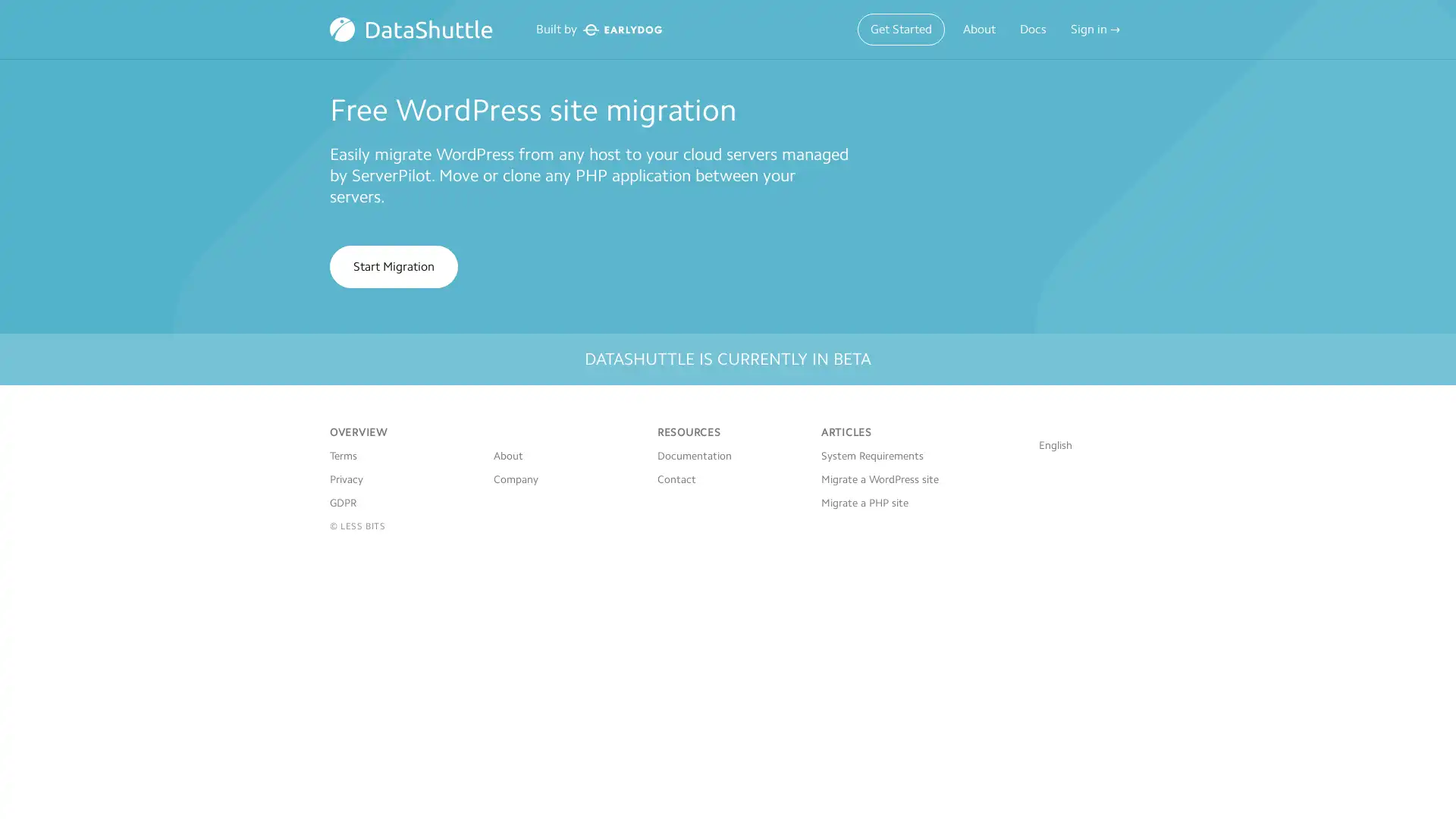 This screenshot has width=1456, height=819. Describe the element at coordinates (979, 29) in the screenshot. I see `About` at that location.